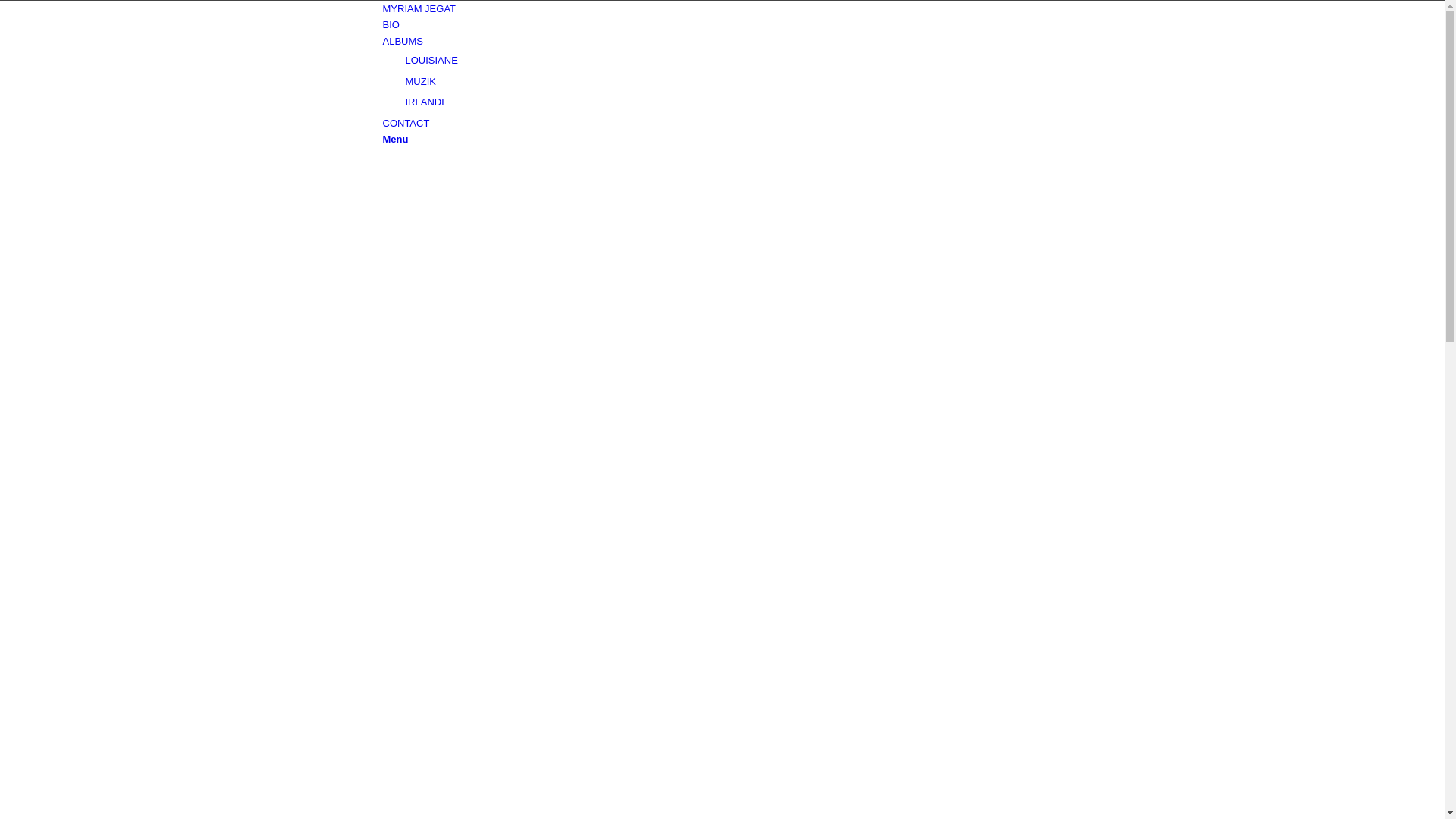 The height and width of the screenshot is (819, 1456). What do you see at coordinates (430, 59) in the screenshot?
I see `'LOUISIANE'` at bounding box center [430, 59].